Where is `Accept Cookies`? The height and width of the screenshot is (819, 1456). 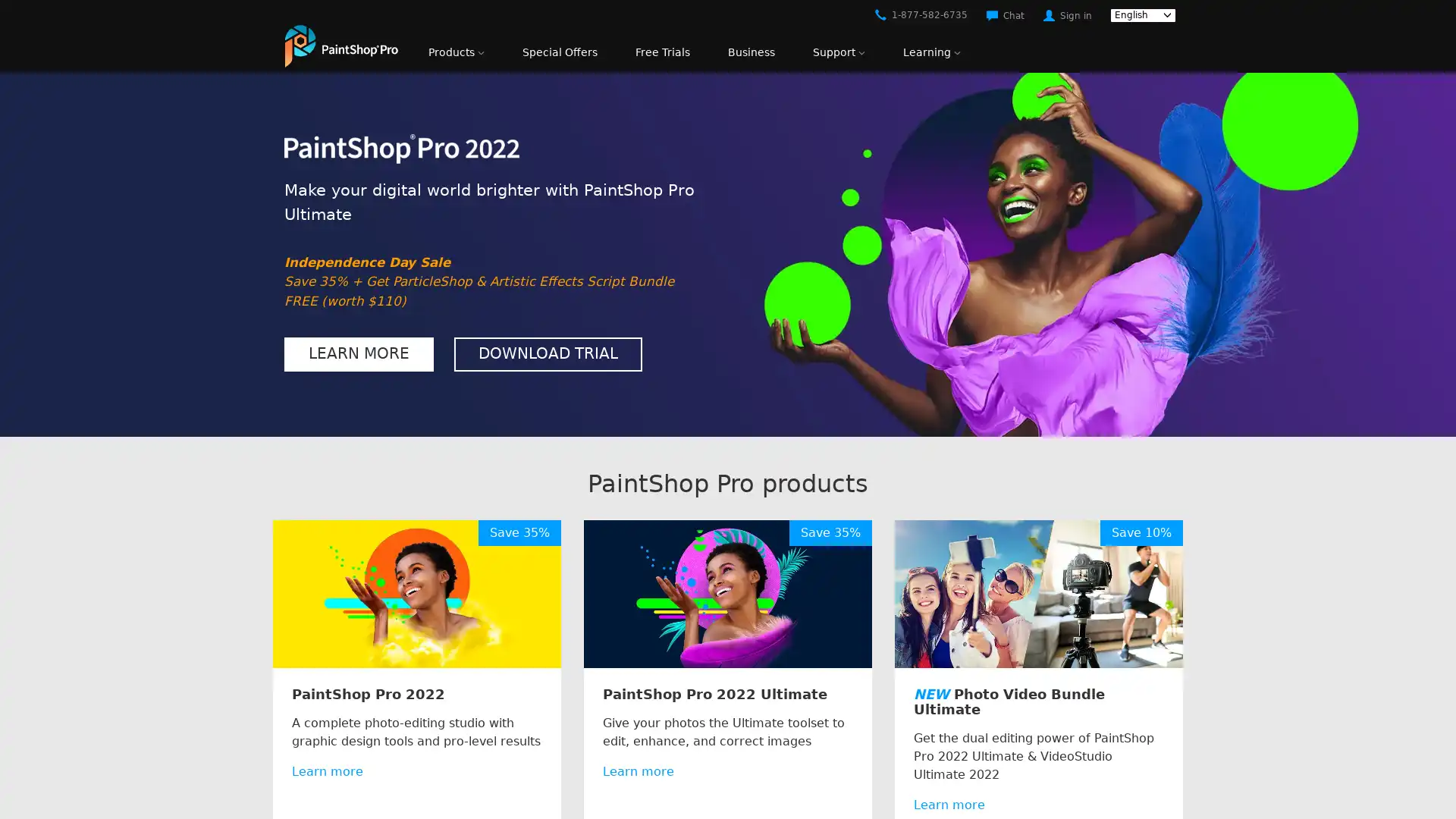 Accept Cookies is located at coordinates (1225, 775).